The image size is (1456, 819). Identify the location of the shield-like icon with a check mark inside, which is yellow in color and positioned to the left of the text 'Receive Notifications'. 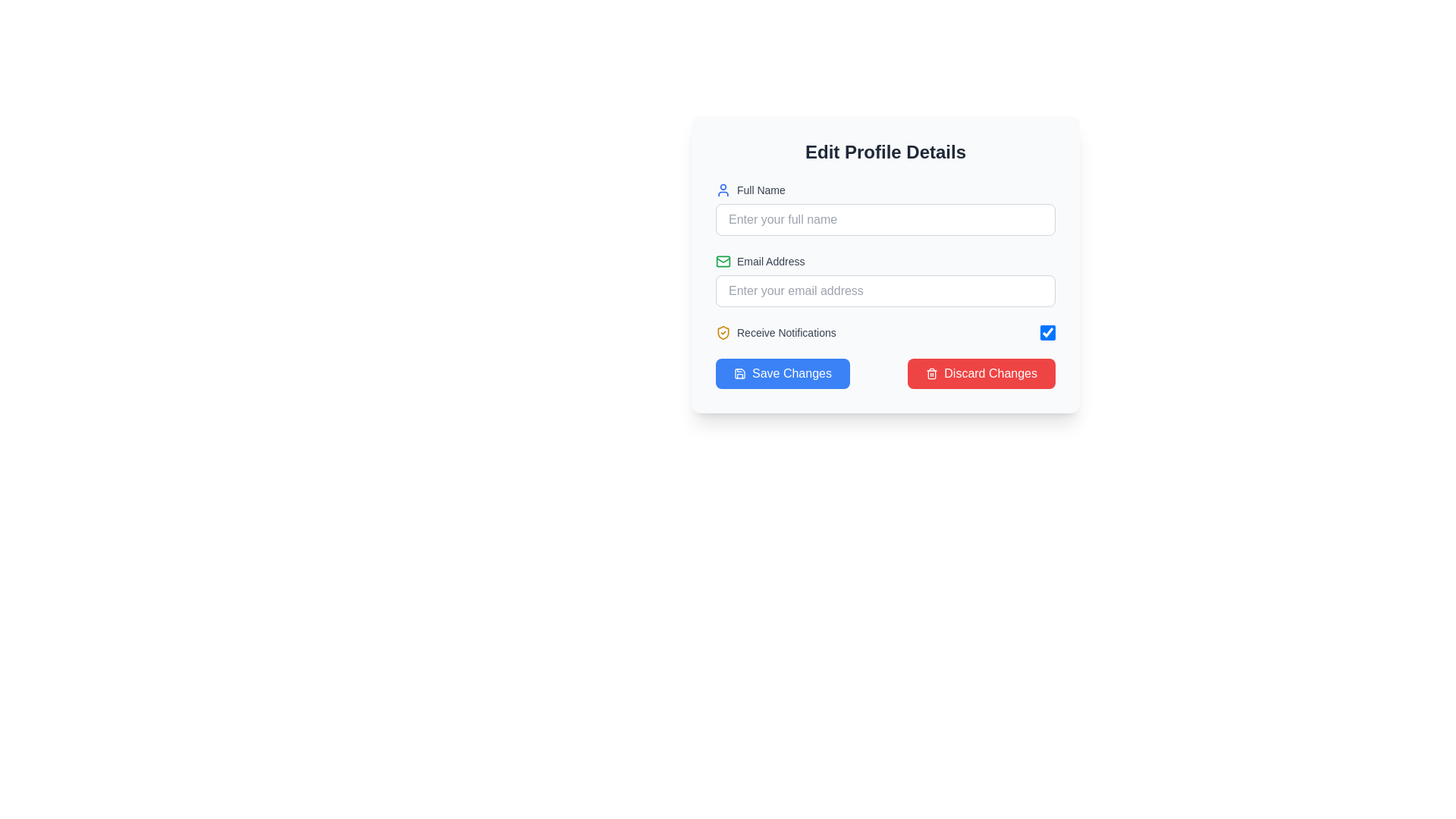
(723, 332).